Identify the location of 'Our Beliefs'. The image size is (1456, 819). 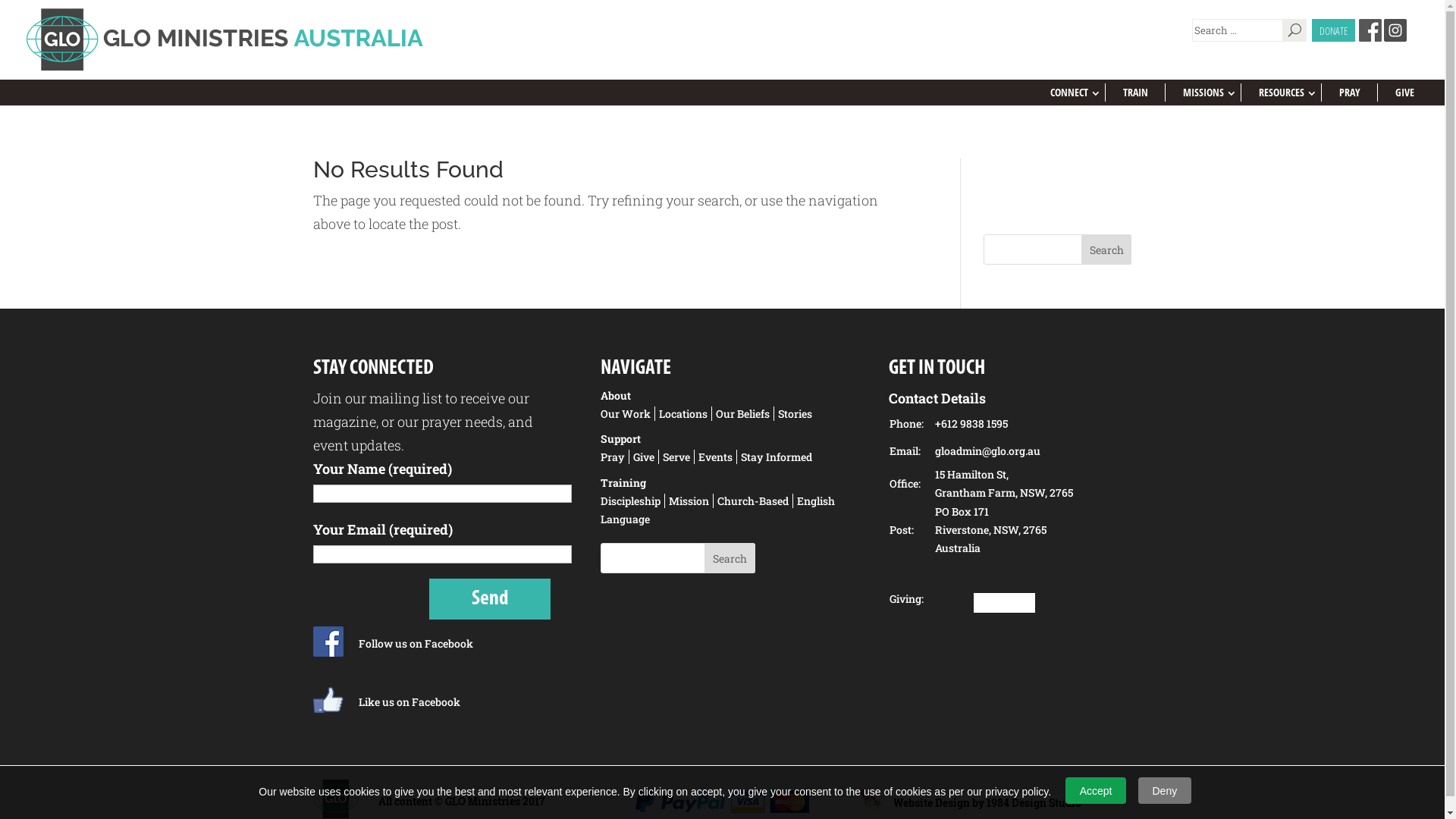
(742, 413).